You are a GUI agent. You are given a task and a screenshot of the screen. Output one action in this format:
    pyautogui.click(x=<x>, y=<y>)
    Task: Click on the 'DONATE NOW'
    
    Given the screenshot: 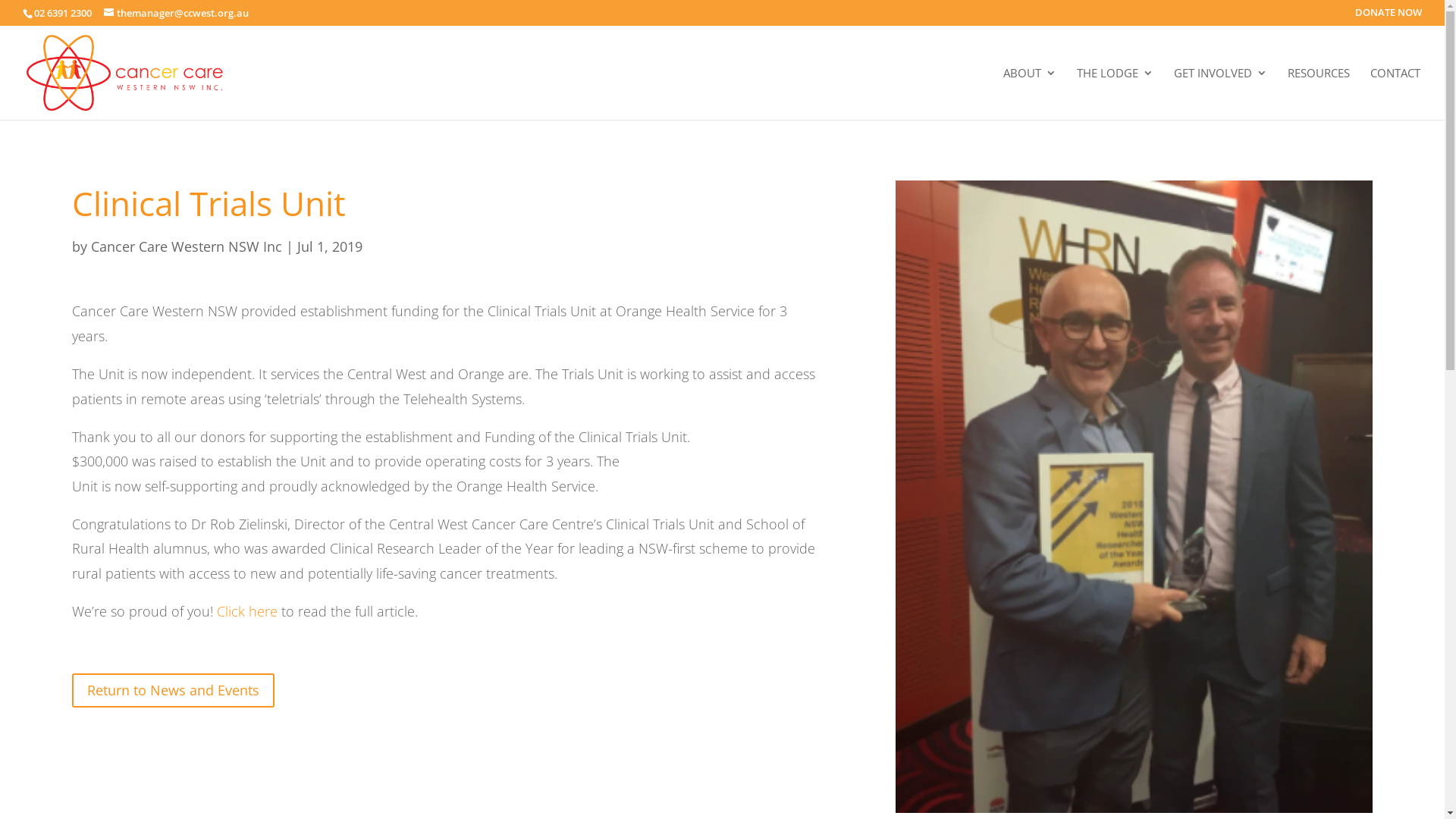 What is the action you would take?
    pyautogui.click(x=1354, y=16)
    